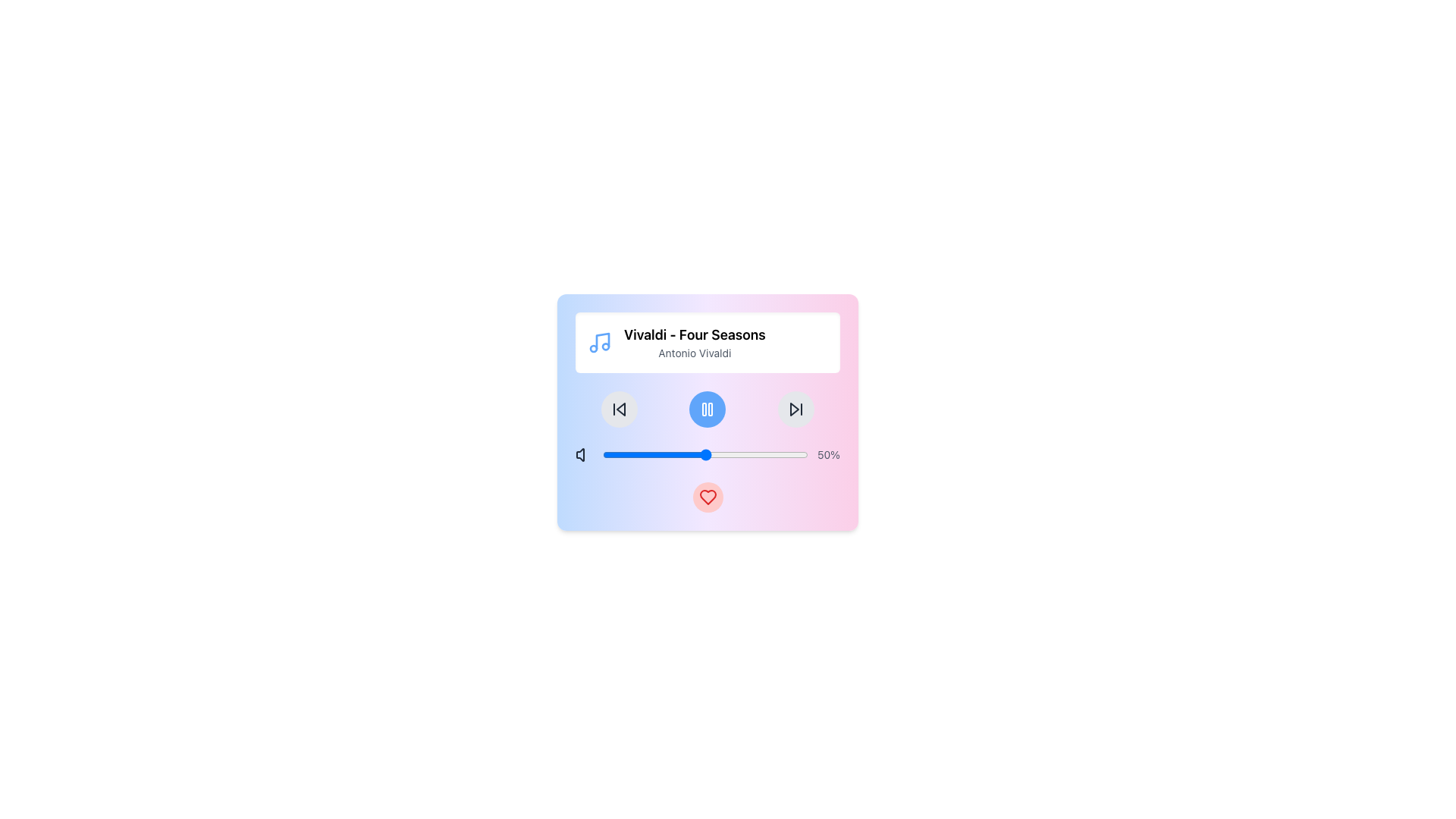  What do you see at coordinates (579, 454) in the screenshot?
I see `the speaker icon located in the bottom left area of the music player interface, which features a geometric design resembling a speaker cone` at bounding box center [579, 454].